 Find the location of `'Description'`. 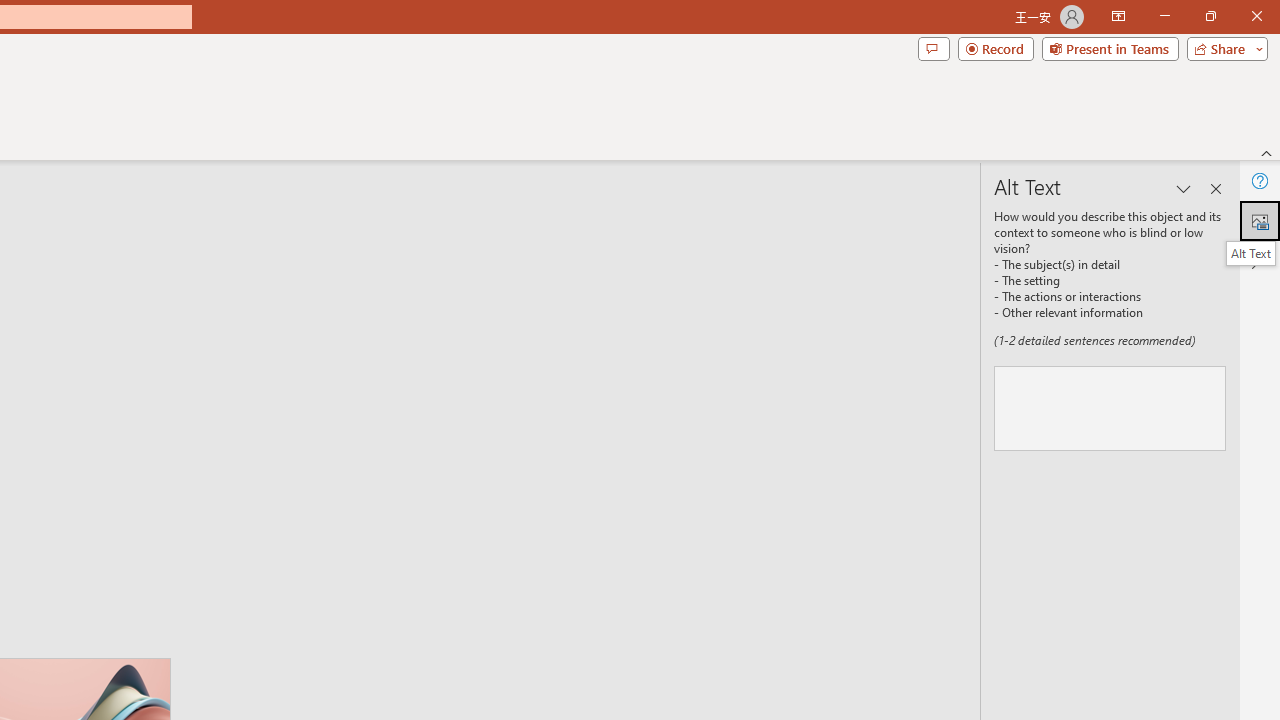

'Description' is located at coordinates (1109, 407).